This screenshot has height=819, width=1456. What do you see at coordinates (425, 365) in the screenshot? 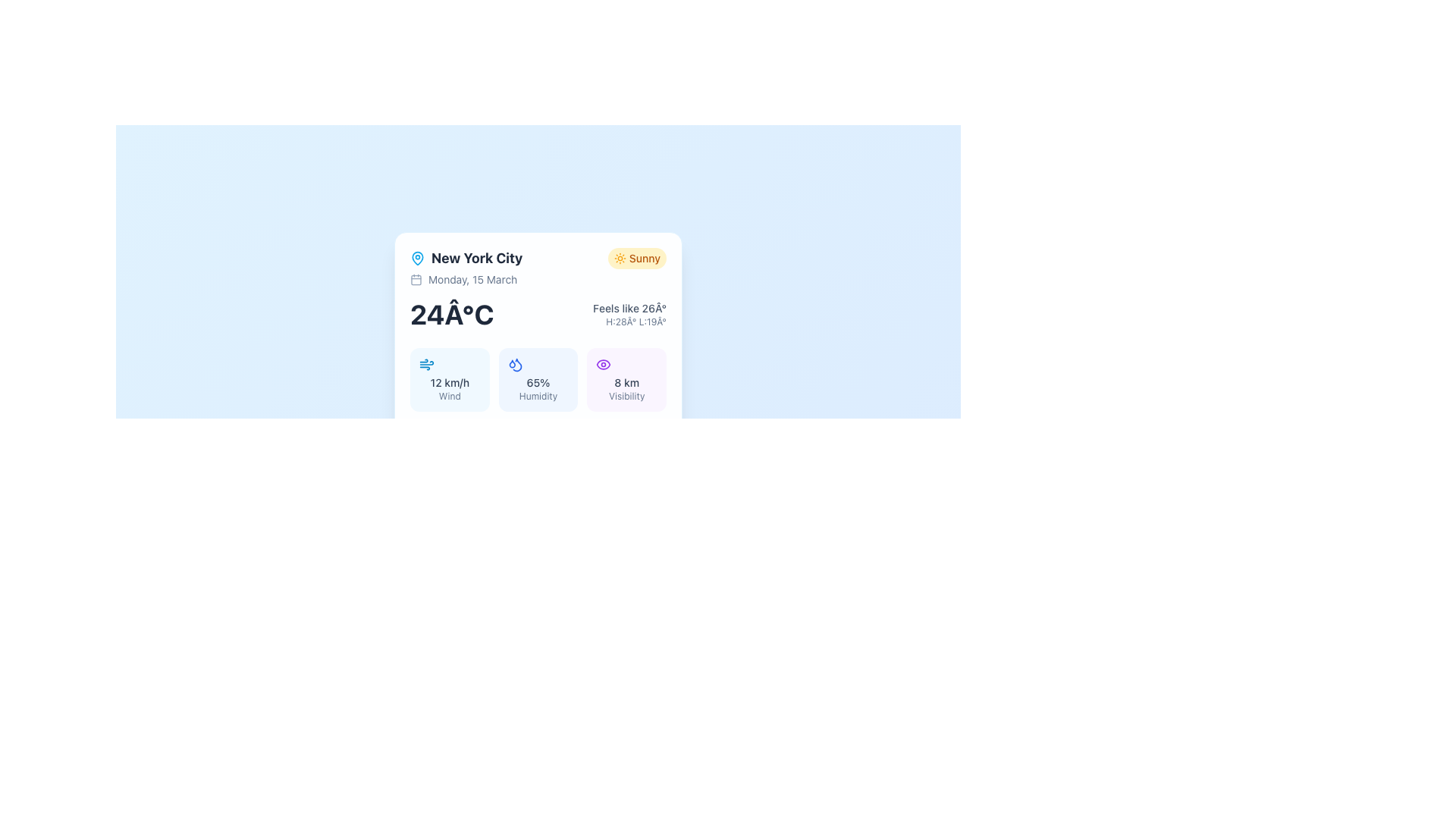
I see `the wind speed icon located in the upper left corner of the weather information card, which precedes the text '12 km/h Wind'` at bounding box center [425, 365].